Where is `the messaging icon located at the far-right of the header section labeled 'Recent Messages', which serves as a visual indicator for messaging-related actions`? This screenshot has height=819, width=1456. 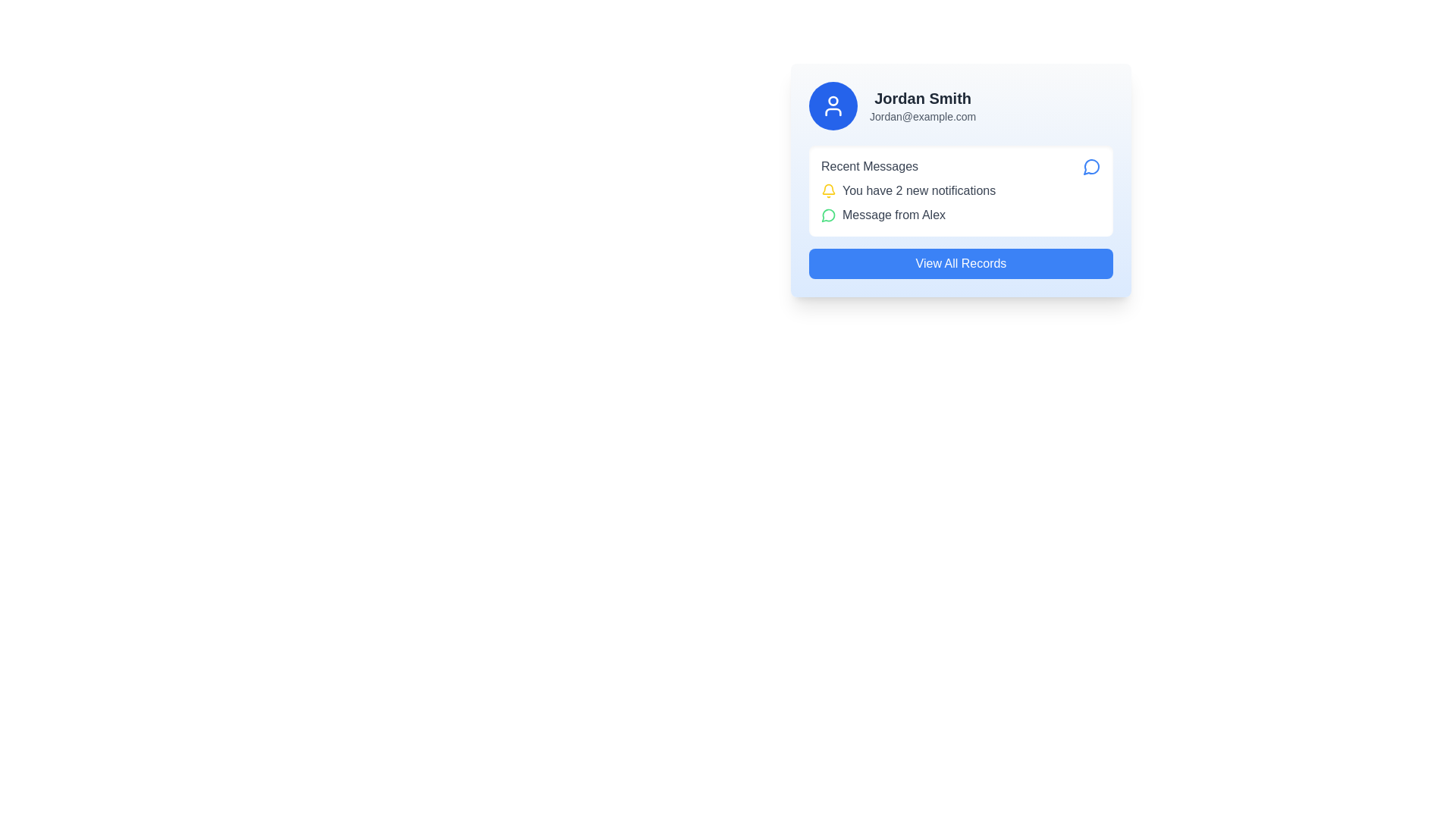
the messaging icon located at the far-right of the header section labeled 'Recent Messages', which serves as a visual indicator for messaging-related actions is located at coordinates (1092, 166).